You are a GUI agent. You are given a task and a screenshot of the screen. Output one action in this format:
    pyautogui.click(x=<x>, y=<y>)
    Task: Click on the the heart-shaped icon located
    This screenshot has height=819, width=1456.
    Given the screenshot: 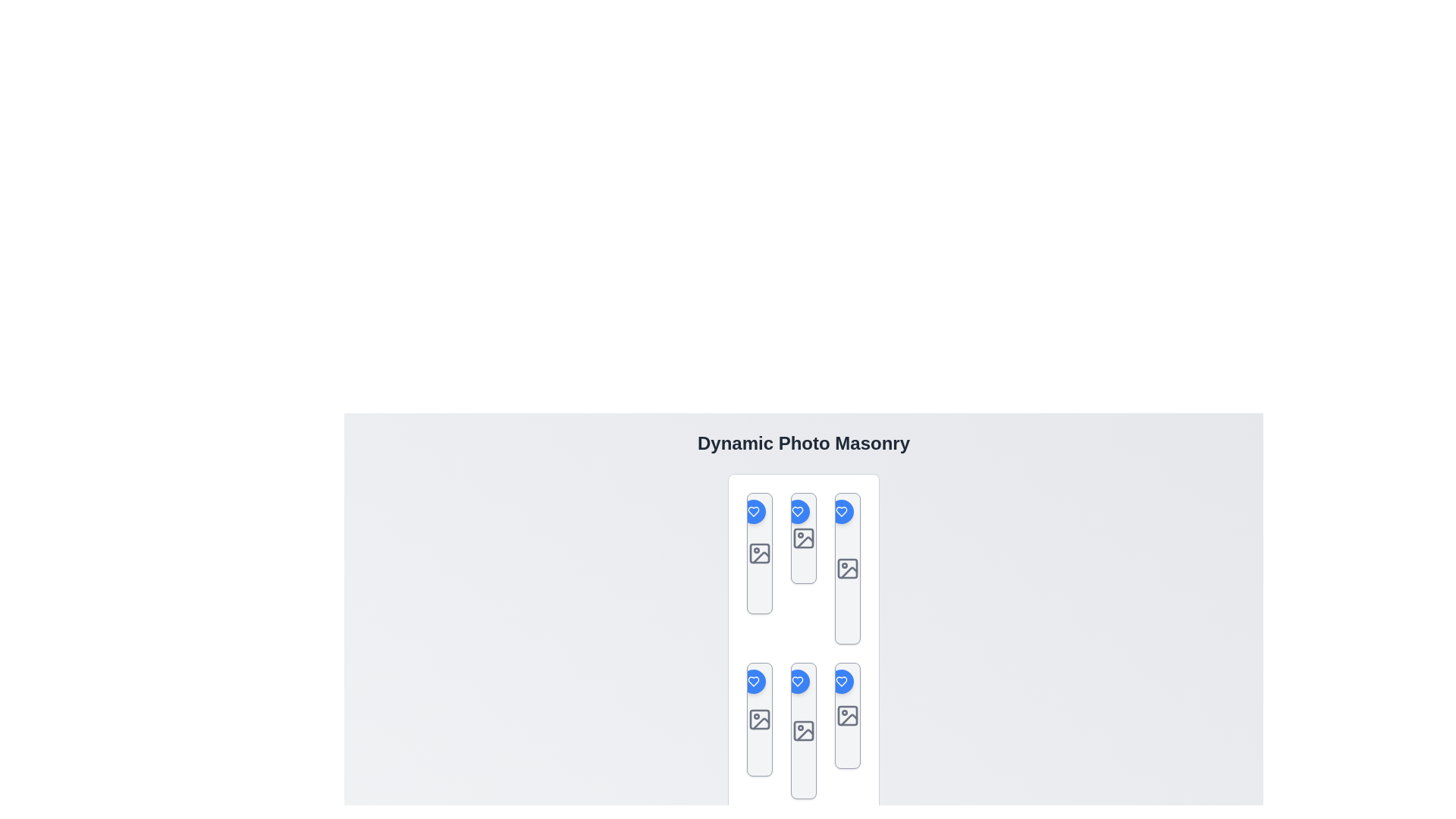 What is the action you would take?
    pyautogui.click(x=840, y=512)
    